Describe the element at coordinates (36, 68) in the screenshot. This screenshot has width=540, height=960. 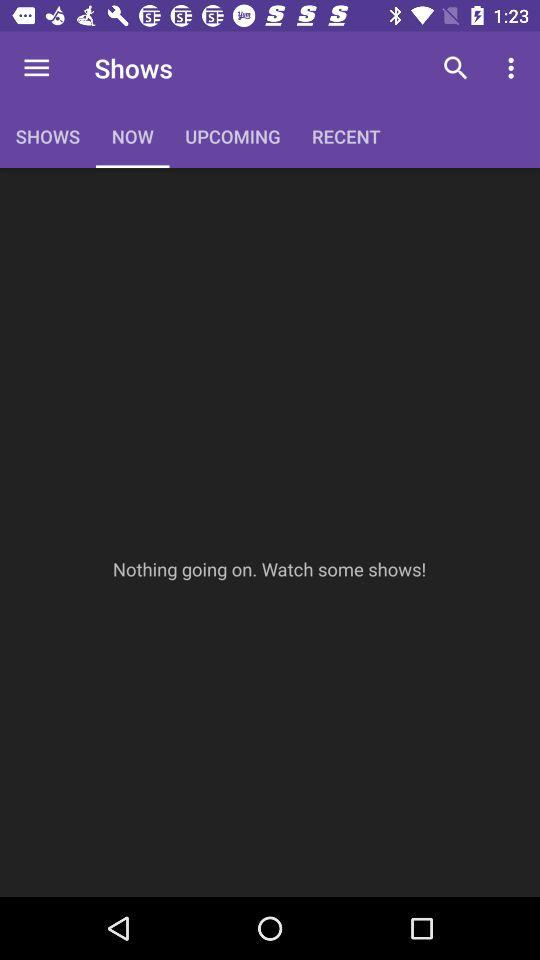
I see `the icon to the left of the shows icon` at that location.